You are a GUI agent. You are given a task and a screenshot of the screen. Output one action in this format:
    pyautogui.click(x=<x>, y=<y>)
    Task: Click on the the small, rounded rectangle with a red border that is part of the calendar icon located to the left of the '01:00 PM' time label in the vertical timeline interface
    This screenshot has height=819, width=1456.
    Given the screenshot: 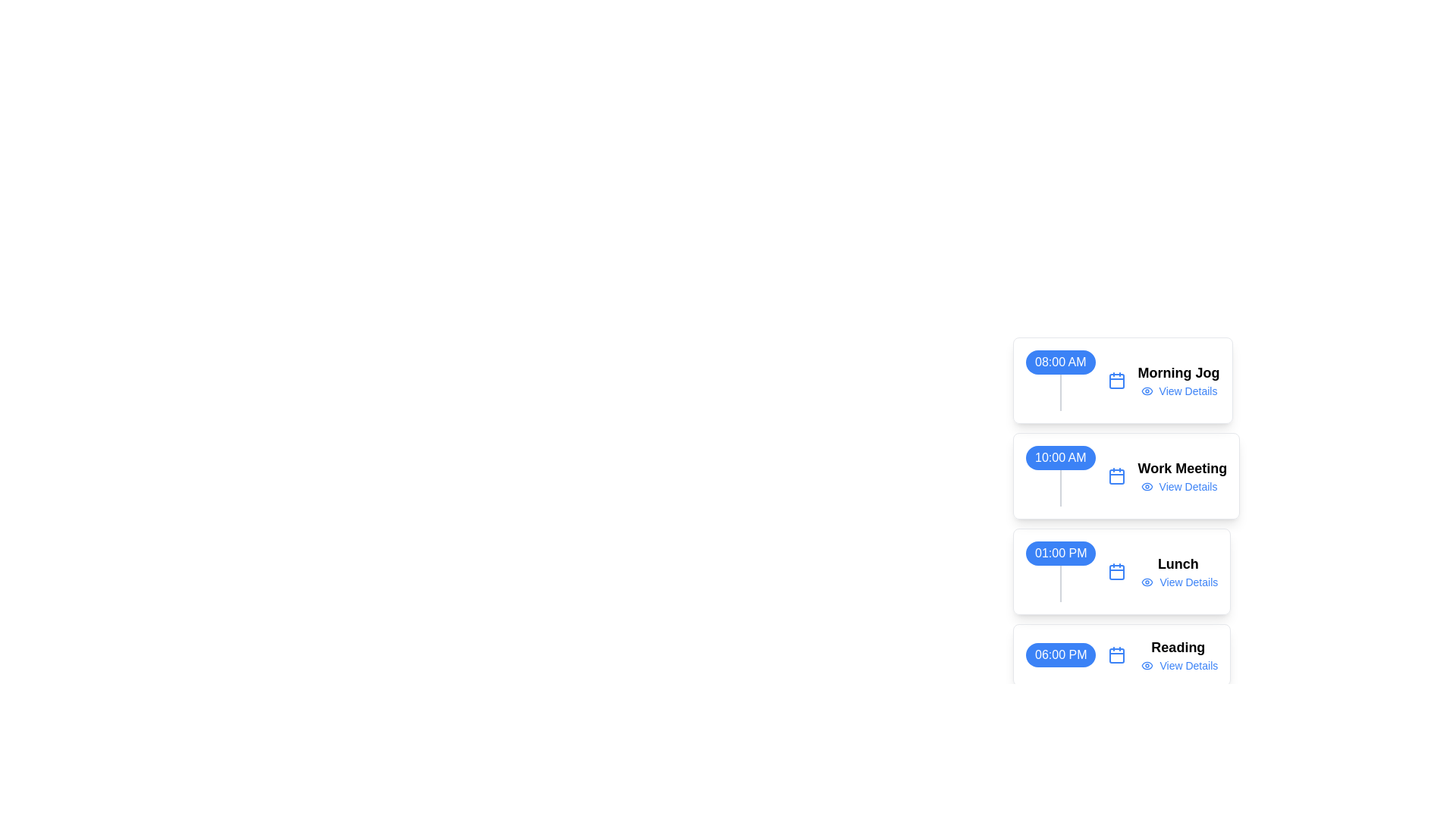 What is the action you would take?
    pyautogui.click(x=1117, y=573)
    